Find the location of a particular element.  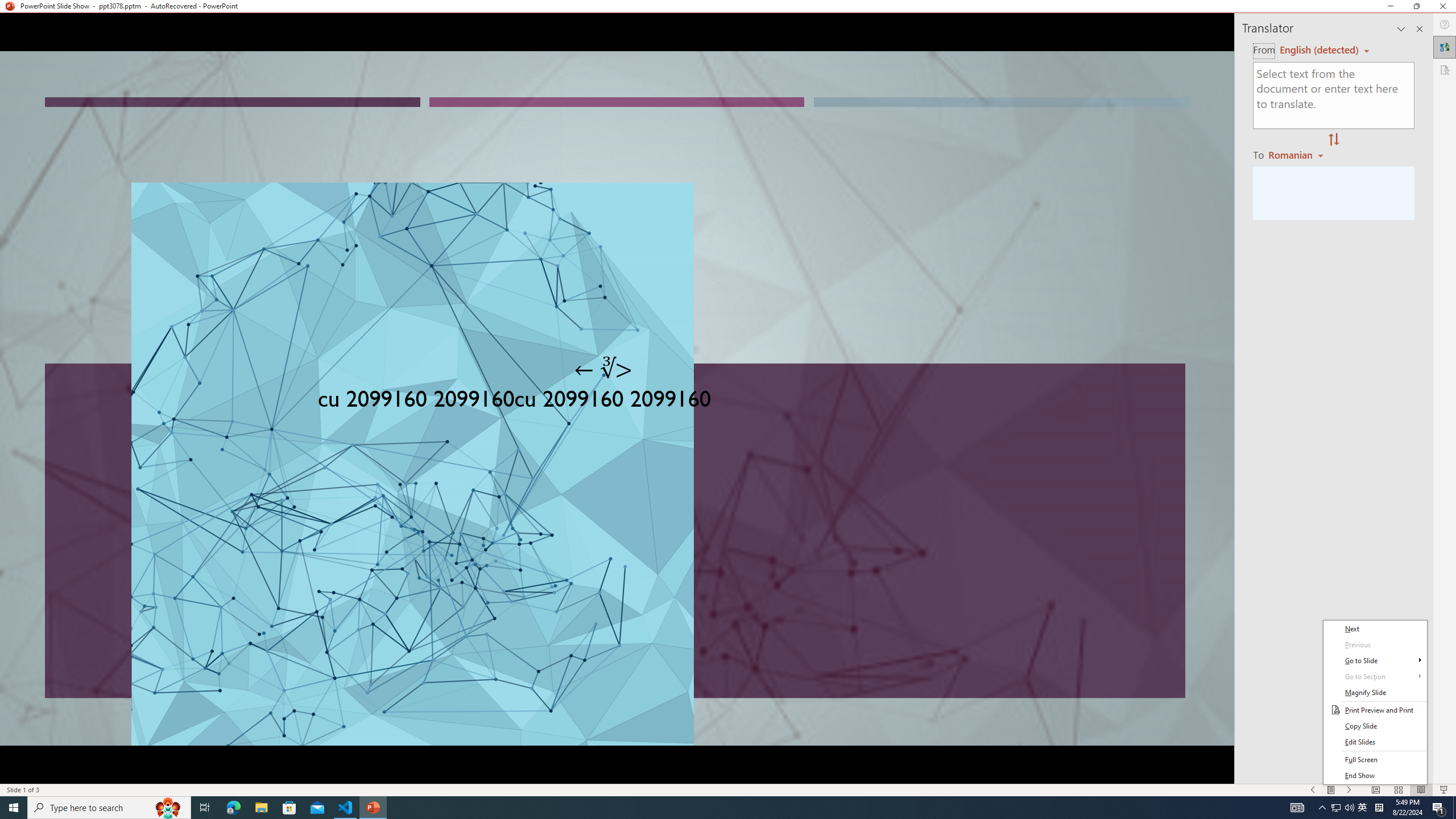

'Romanian' is located at coordinates (1296, 154).